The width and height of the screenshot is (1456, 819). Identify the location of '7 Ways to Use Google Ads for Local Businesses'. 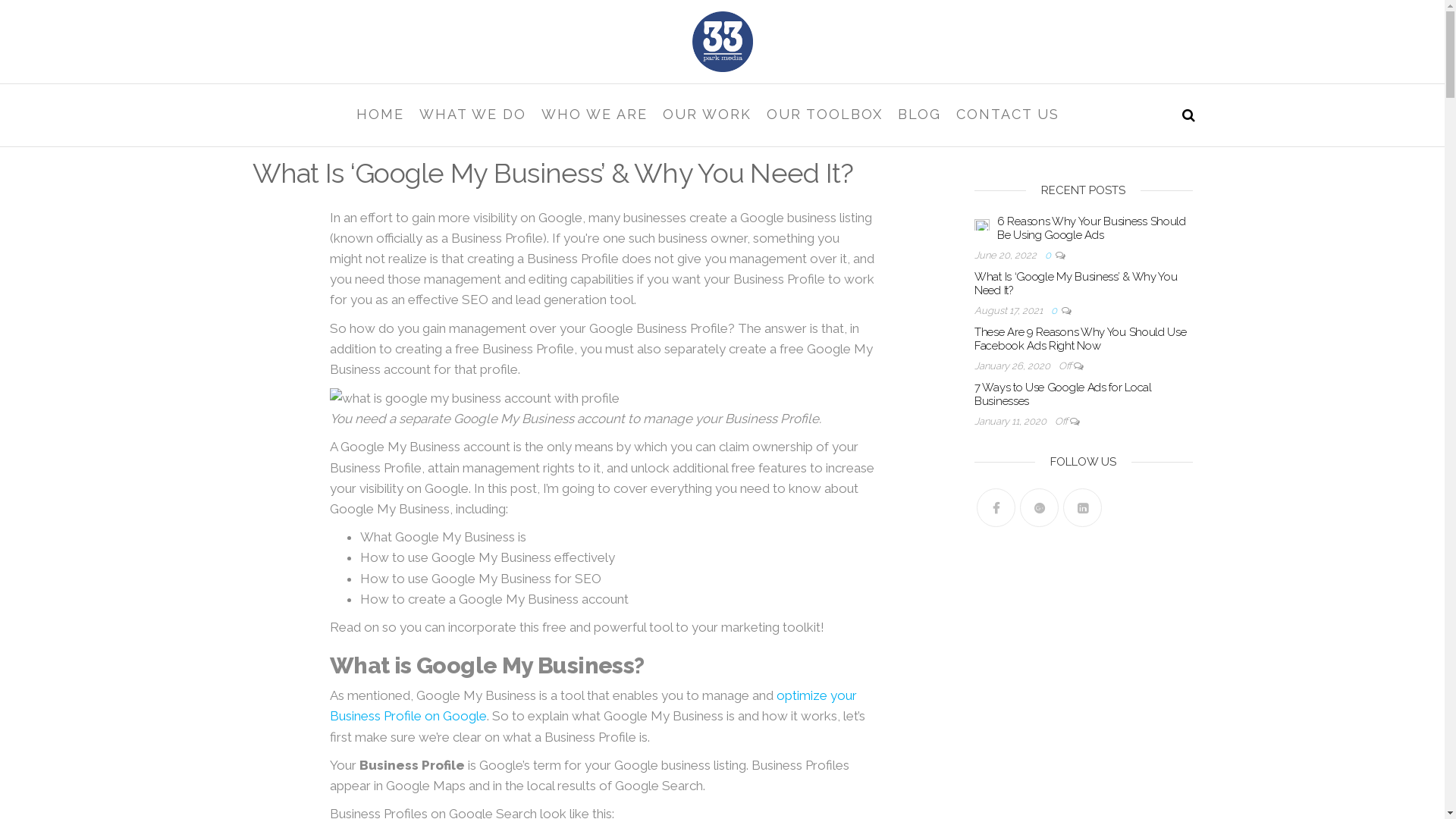
(1062, 394).